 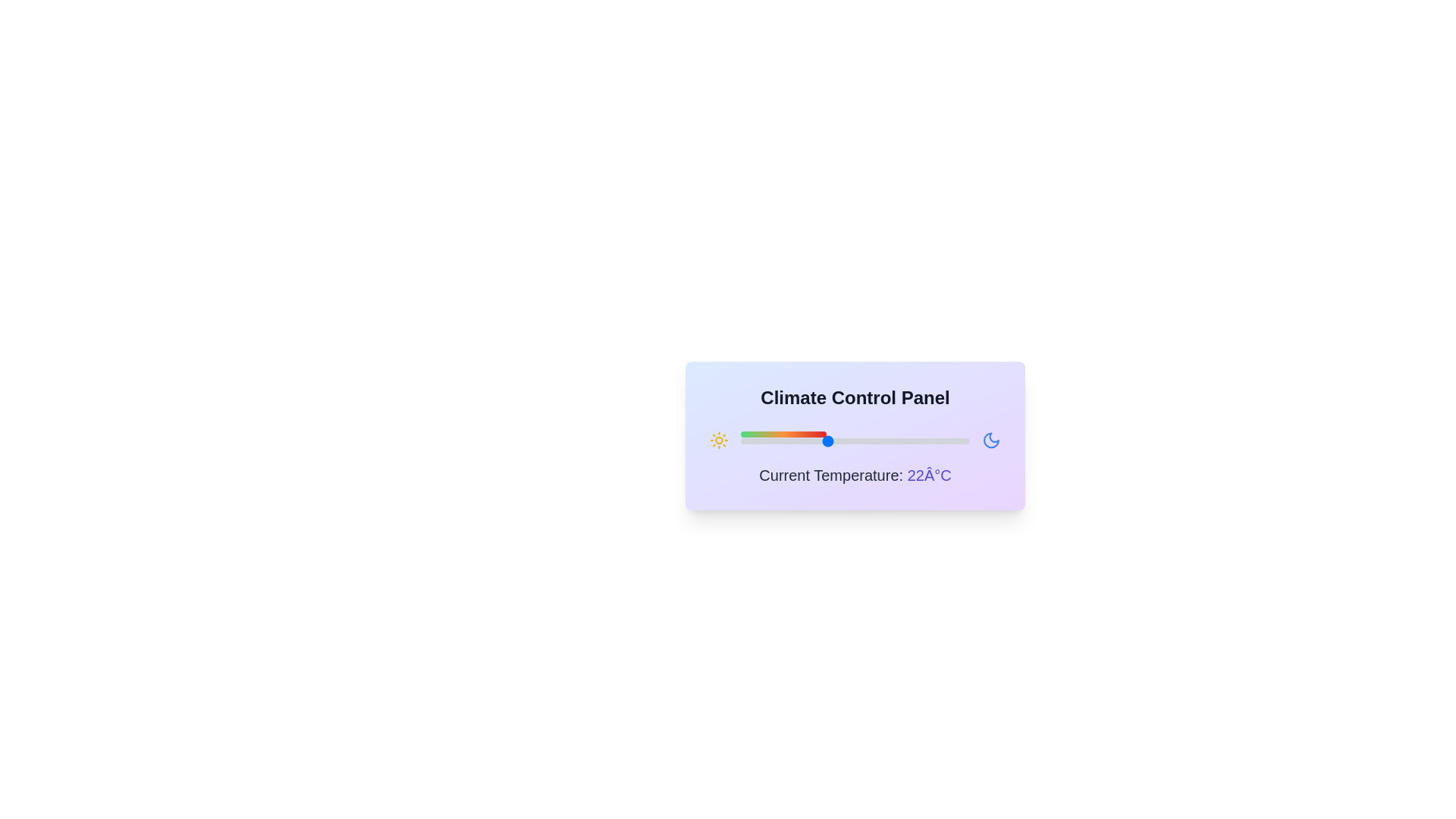 I want to click on the temperature, so click(x=955, y=441).